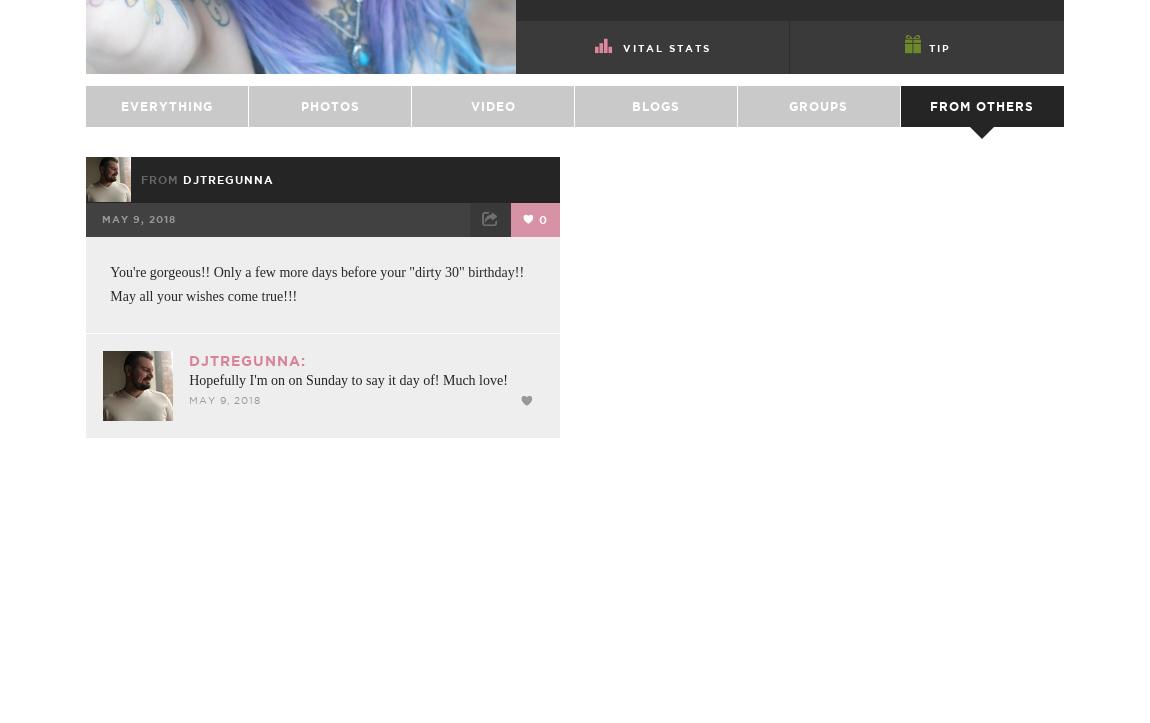 Image resolution: width=1150 pixels, height=723 pixels. What do you see at coordinates (347, 428) in the screenshot?
I see `'Hopefully I'm on on Sunday to say it day of! Much love!'` at bounding box center [347, 428].